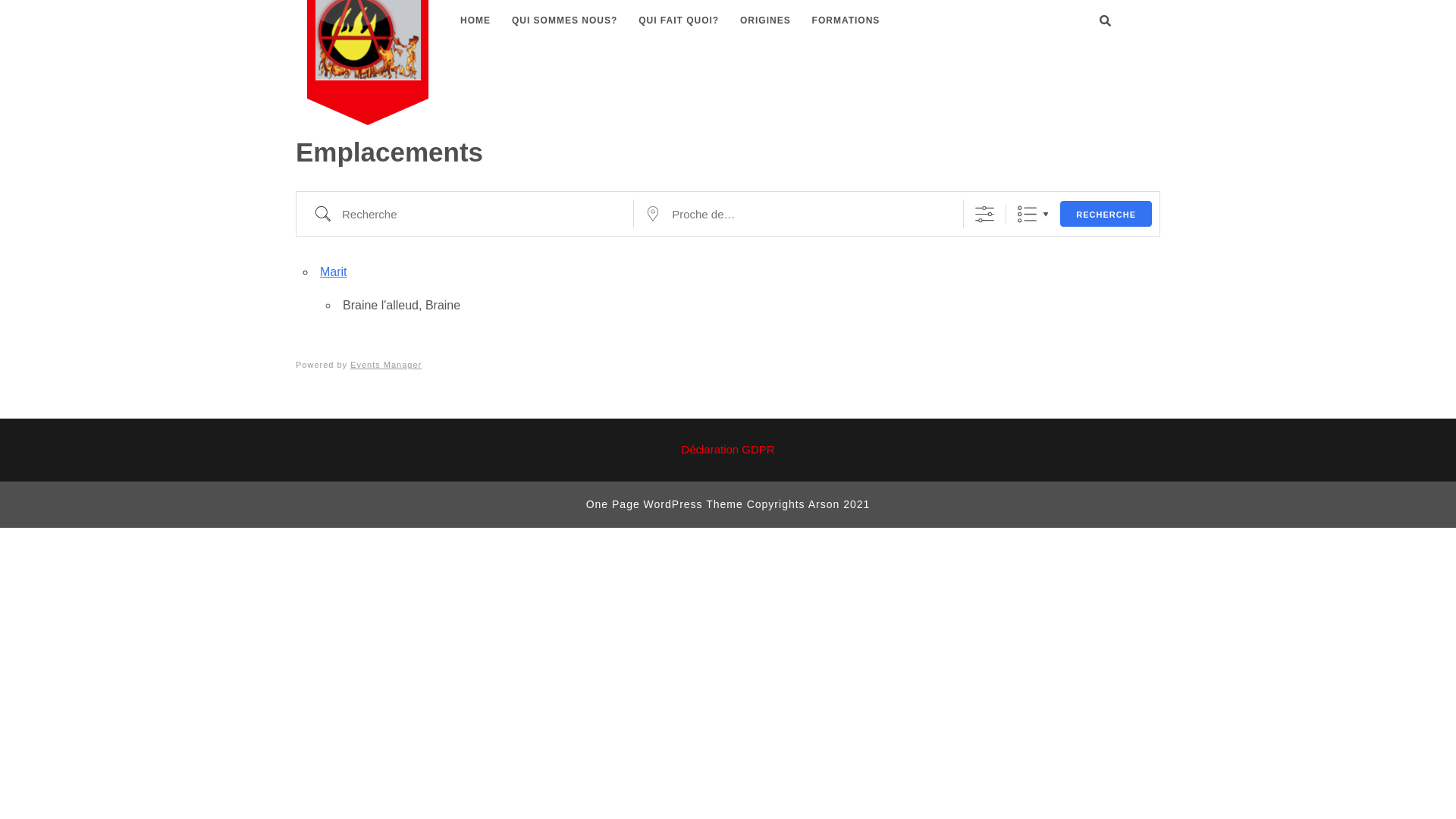 This screenshot has width=1456, height=819. I want to click on 'One Page WordPress Theme', so click(585, 503).